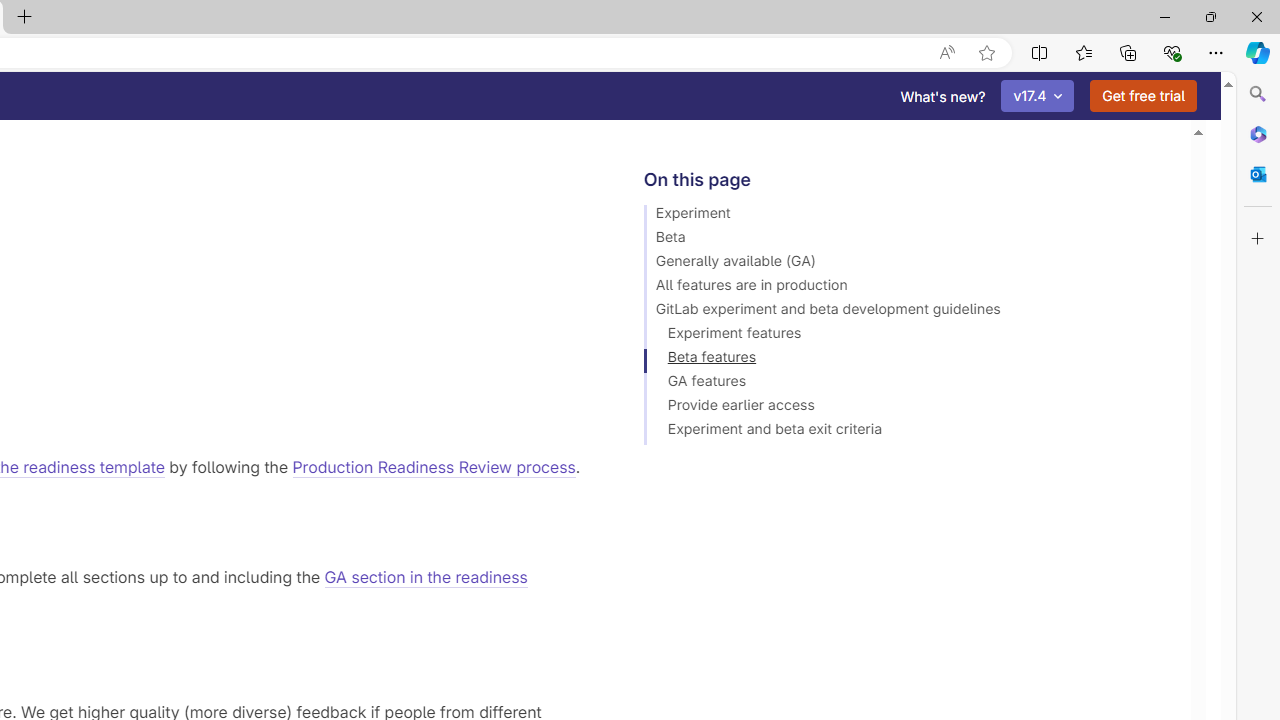  I want to click on 'Get free trial', so click(1143, 96).